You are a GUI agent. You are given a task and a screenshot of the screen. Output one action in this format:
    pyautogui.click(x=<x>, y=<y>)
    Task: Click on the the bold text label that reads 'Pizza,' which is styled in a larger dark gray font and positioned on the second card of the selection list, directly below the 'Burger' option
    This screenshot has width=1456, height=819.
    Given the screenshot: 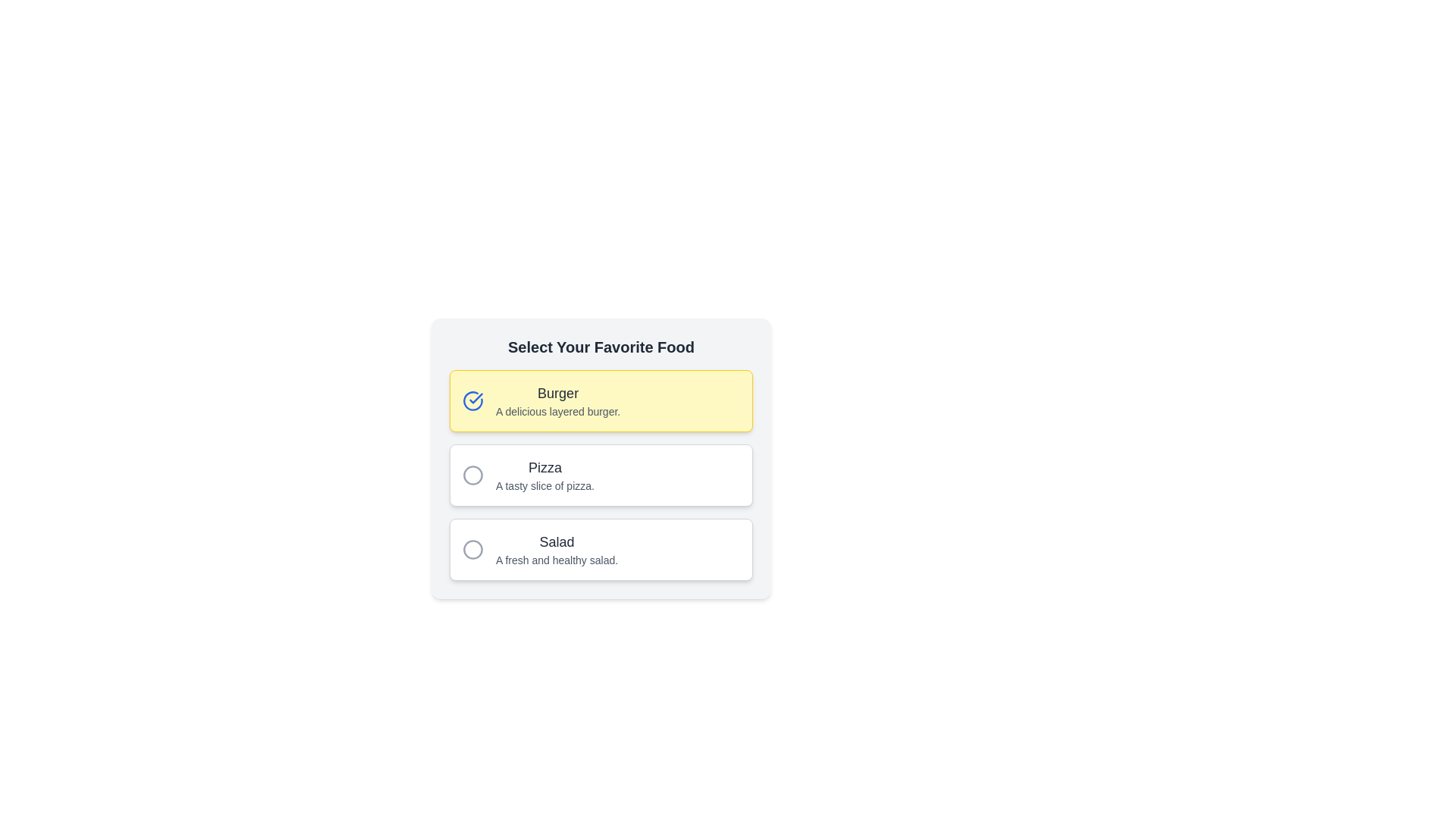 What is the action you would take?
    pyautogui.click(x=545, y=467)
    